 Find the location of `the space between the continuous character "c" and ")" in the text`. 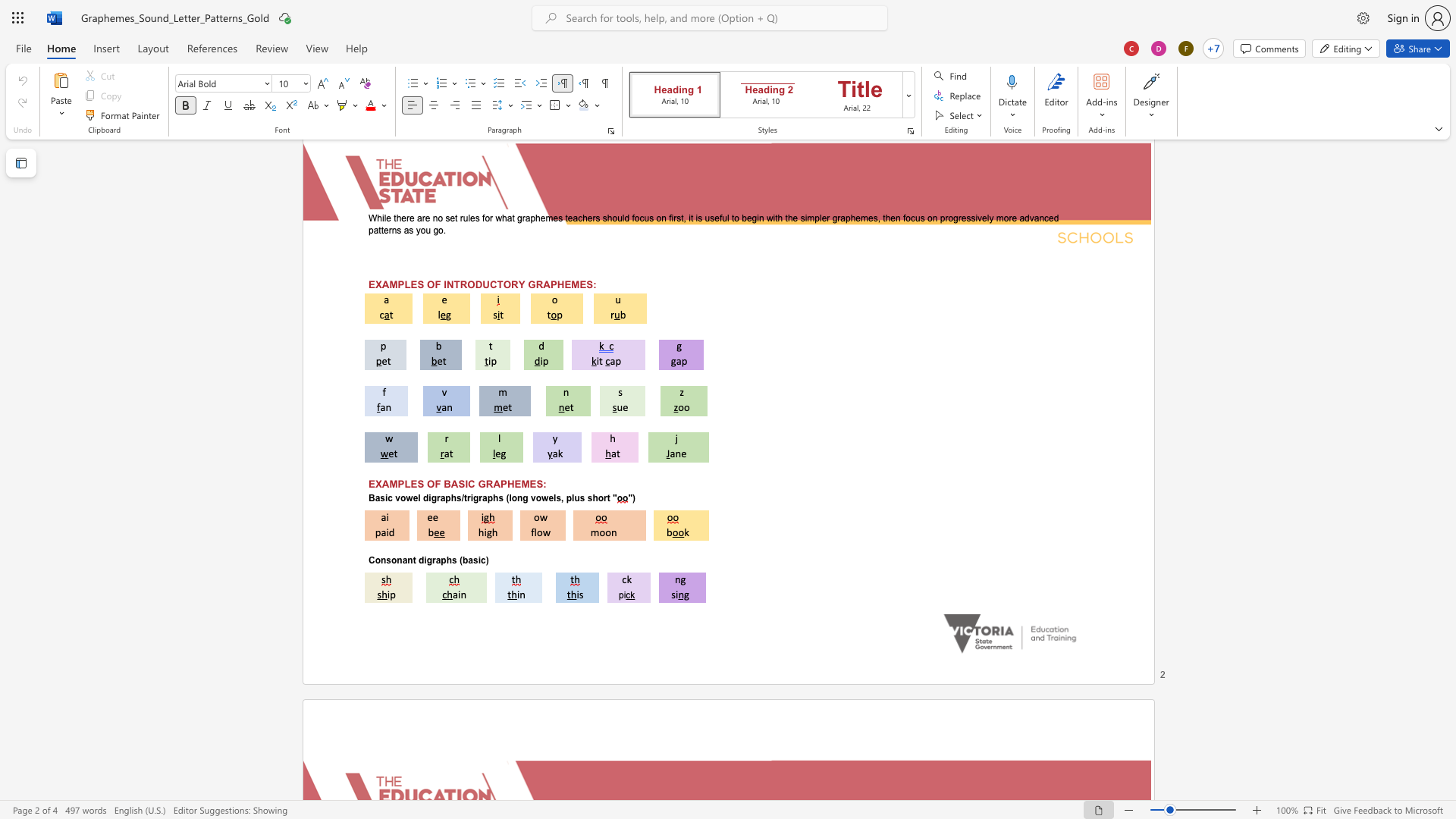

the space between the continuous character "c" and ")" in the text is located at coordinates (484, 560).